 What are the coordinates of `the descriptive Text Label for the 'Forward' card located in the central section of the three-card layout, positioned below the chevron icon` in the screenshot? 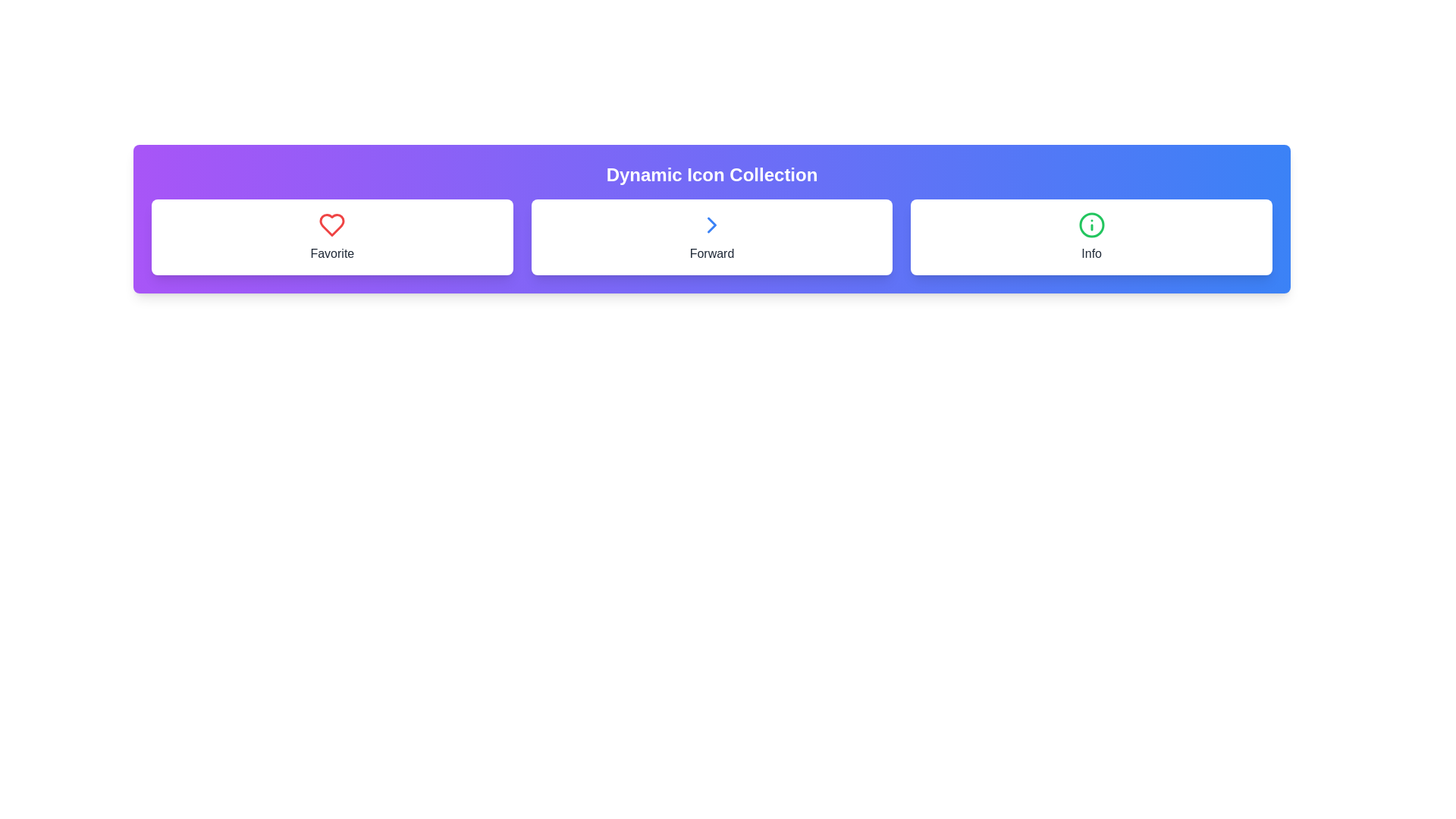 It's located at (711, 253).